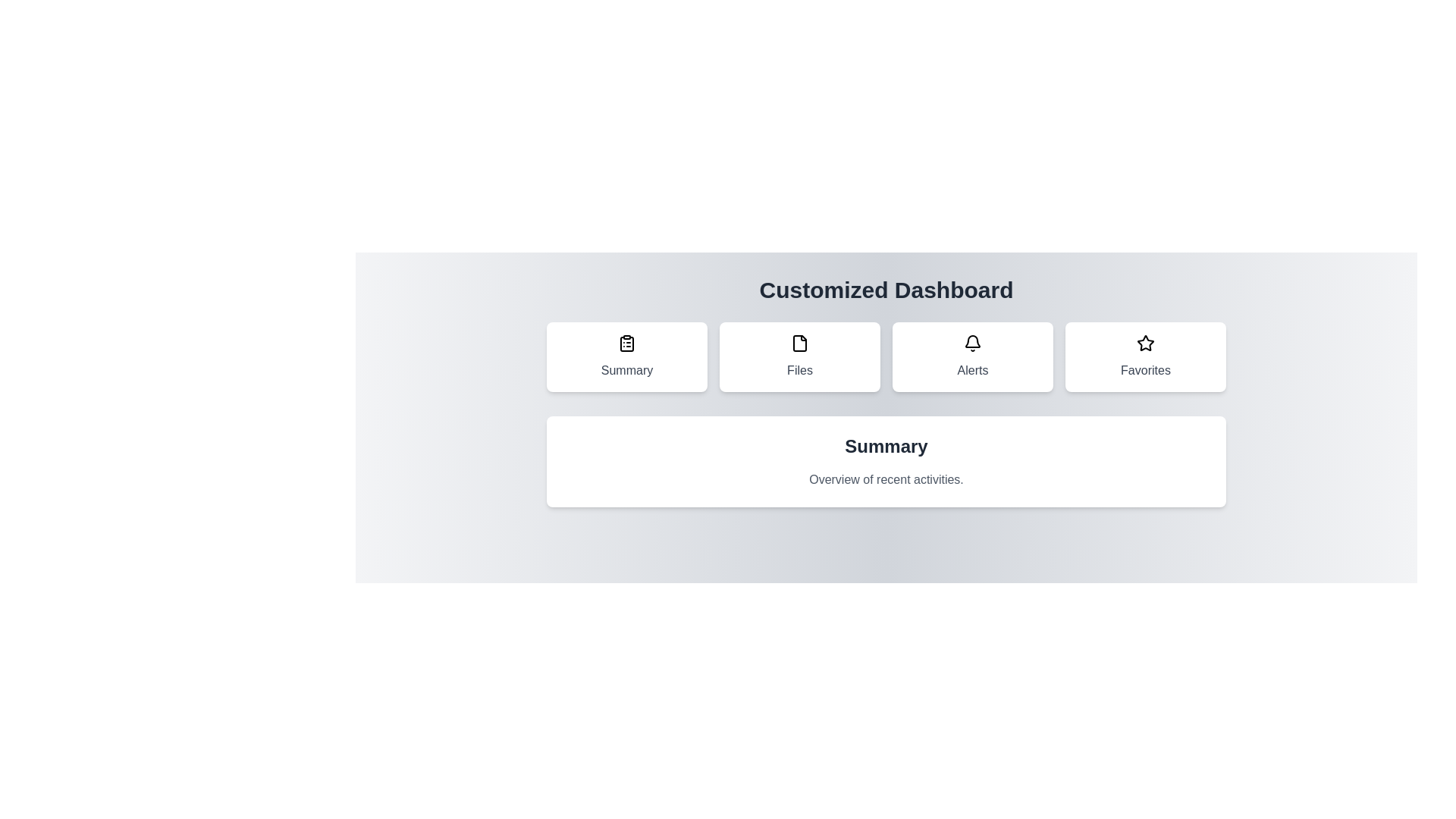  Describe the element at coordinates (799, 371) in the screenshot. I see `the static text label 'Files' which is styled with medium font weight and gray color, located below the file icon in the Files card of a horizontally aligned set of four cards` at that location.